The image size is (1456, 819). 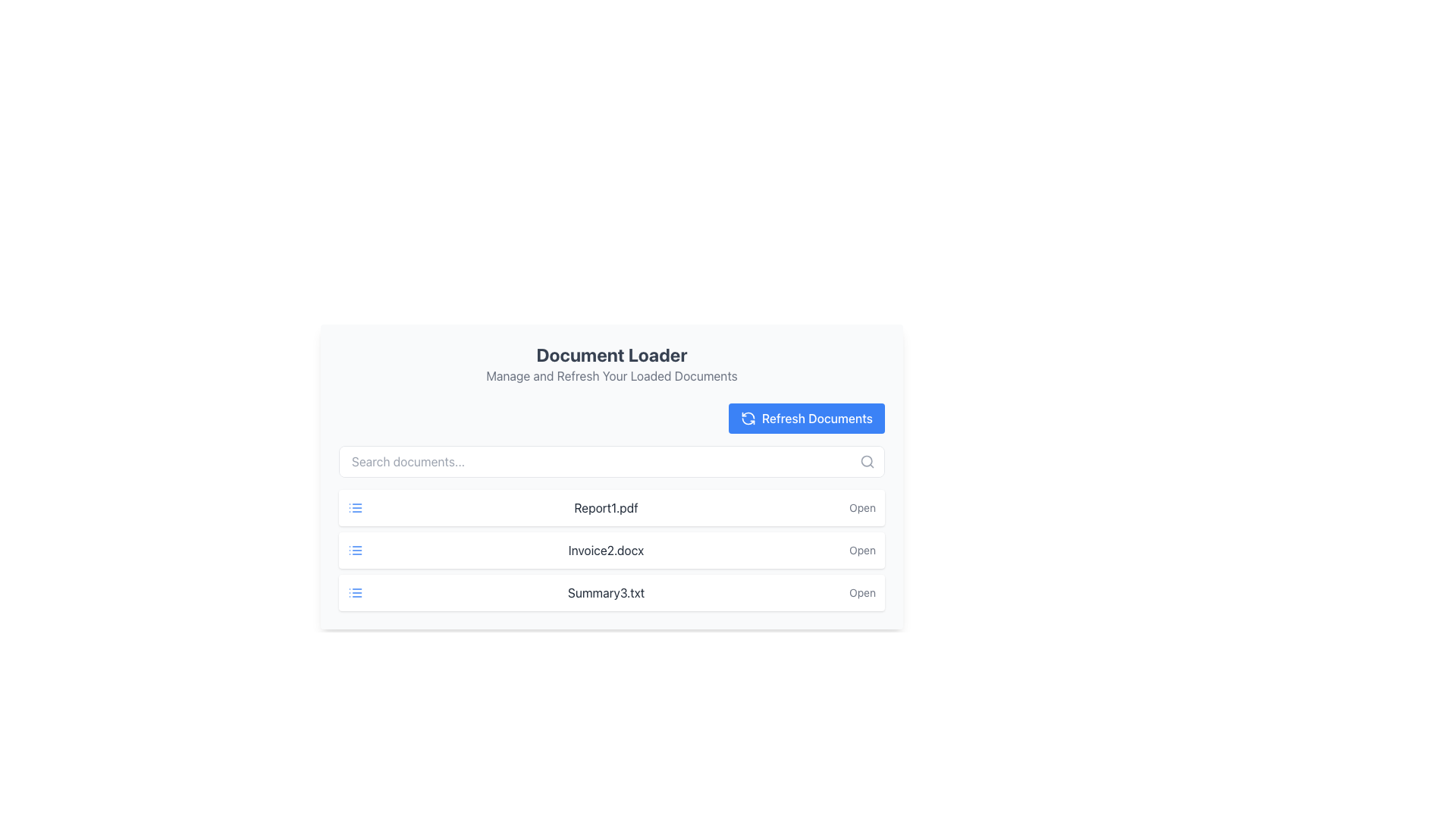 I want to click on the text label displaying the document name 'Summary3.txt', which is the third entry in the list of documents, so click(x=605, y=592).